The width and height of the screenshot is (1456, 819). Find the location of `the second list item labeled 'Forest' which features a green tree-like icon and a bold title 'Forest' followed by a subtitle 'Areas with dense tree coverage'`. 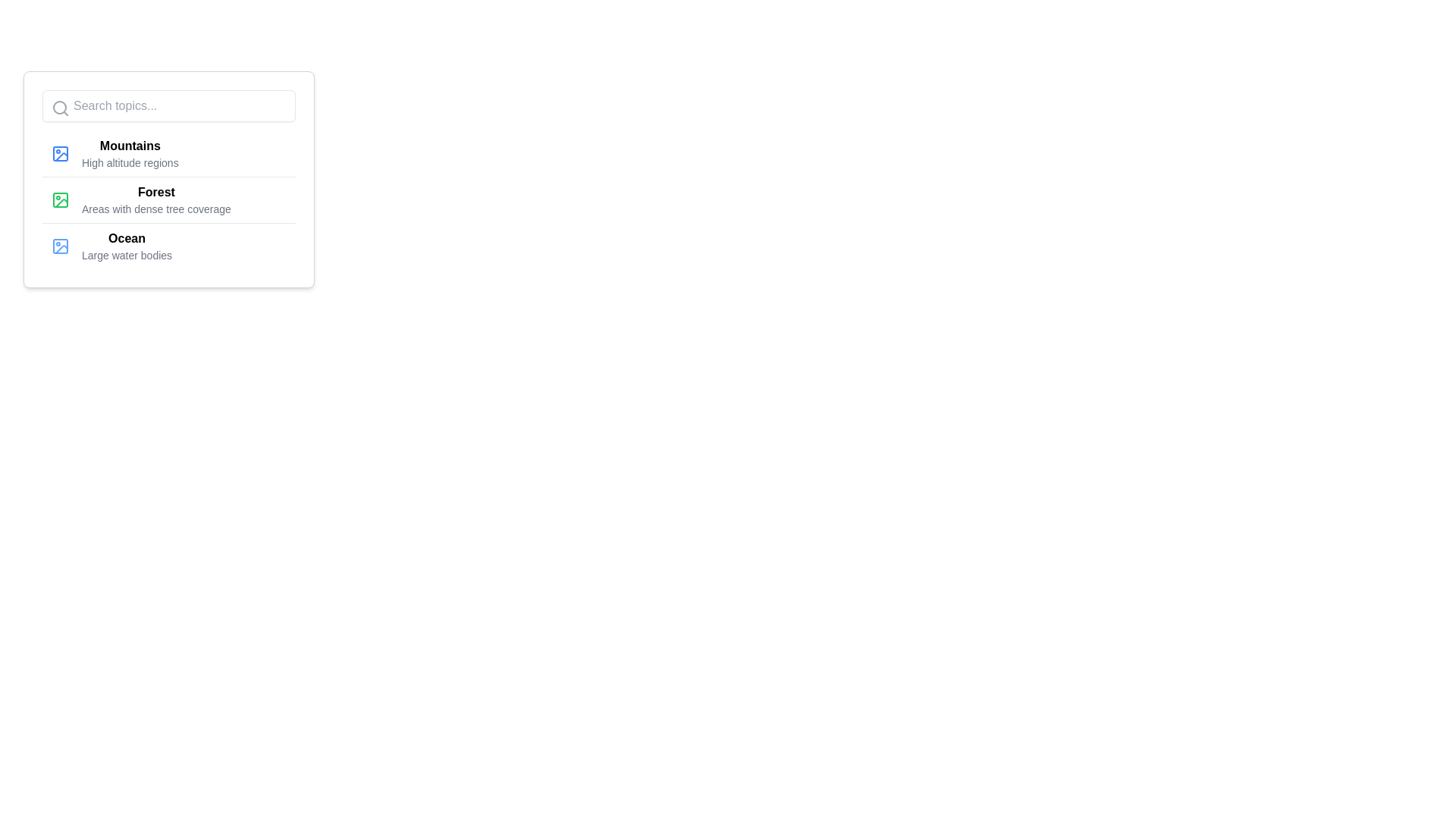

the second list item labeled 'Forest' which features a green tree-like icon and a bold title 'Forest' followed by a subtitle 'Areas with dense tree coverage' is located at coordinates (168, 199).